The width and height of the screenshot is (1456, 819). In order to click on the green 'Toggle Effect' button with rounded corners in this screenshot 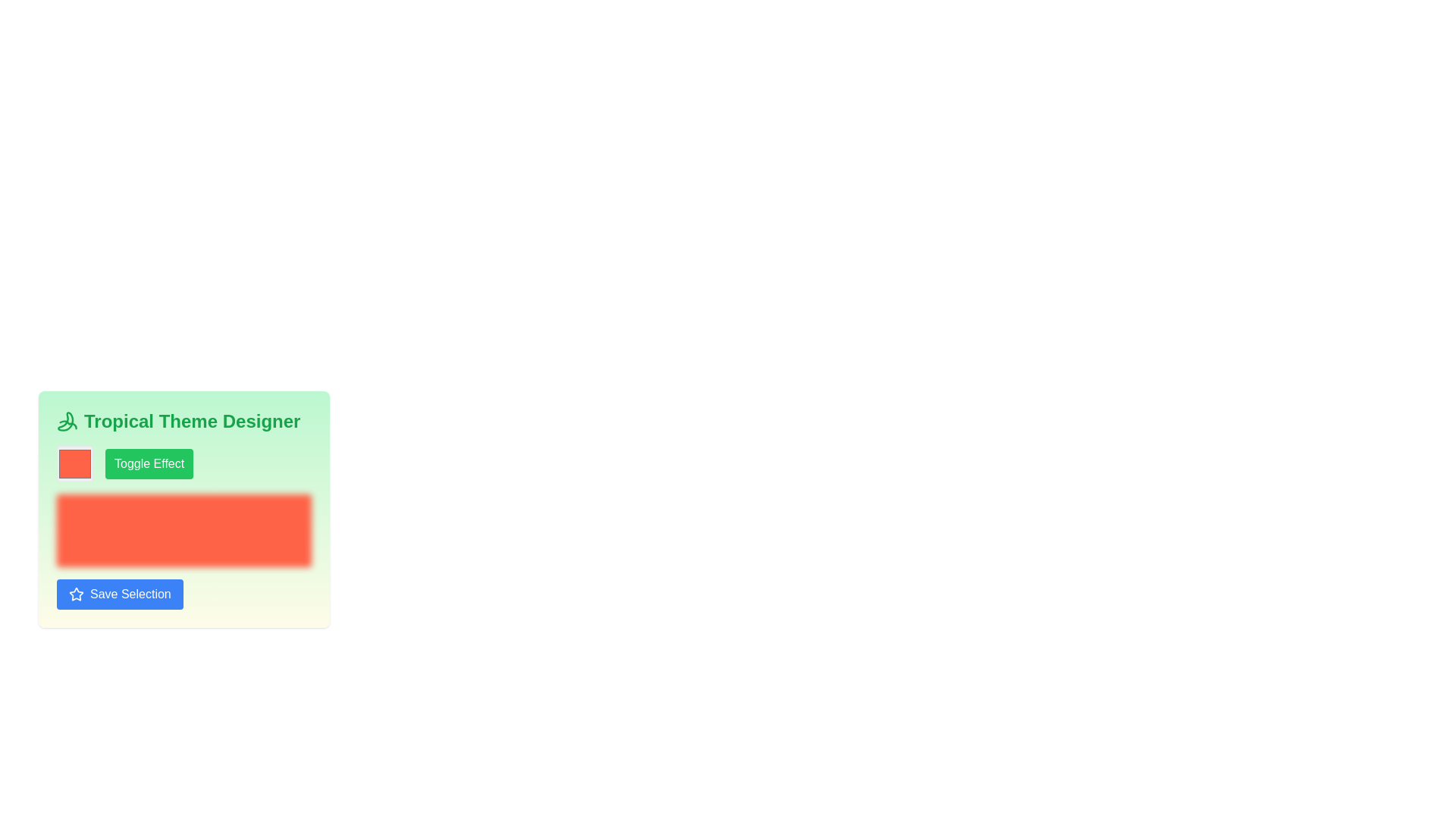, I will do `click(149, 463)`.